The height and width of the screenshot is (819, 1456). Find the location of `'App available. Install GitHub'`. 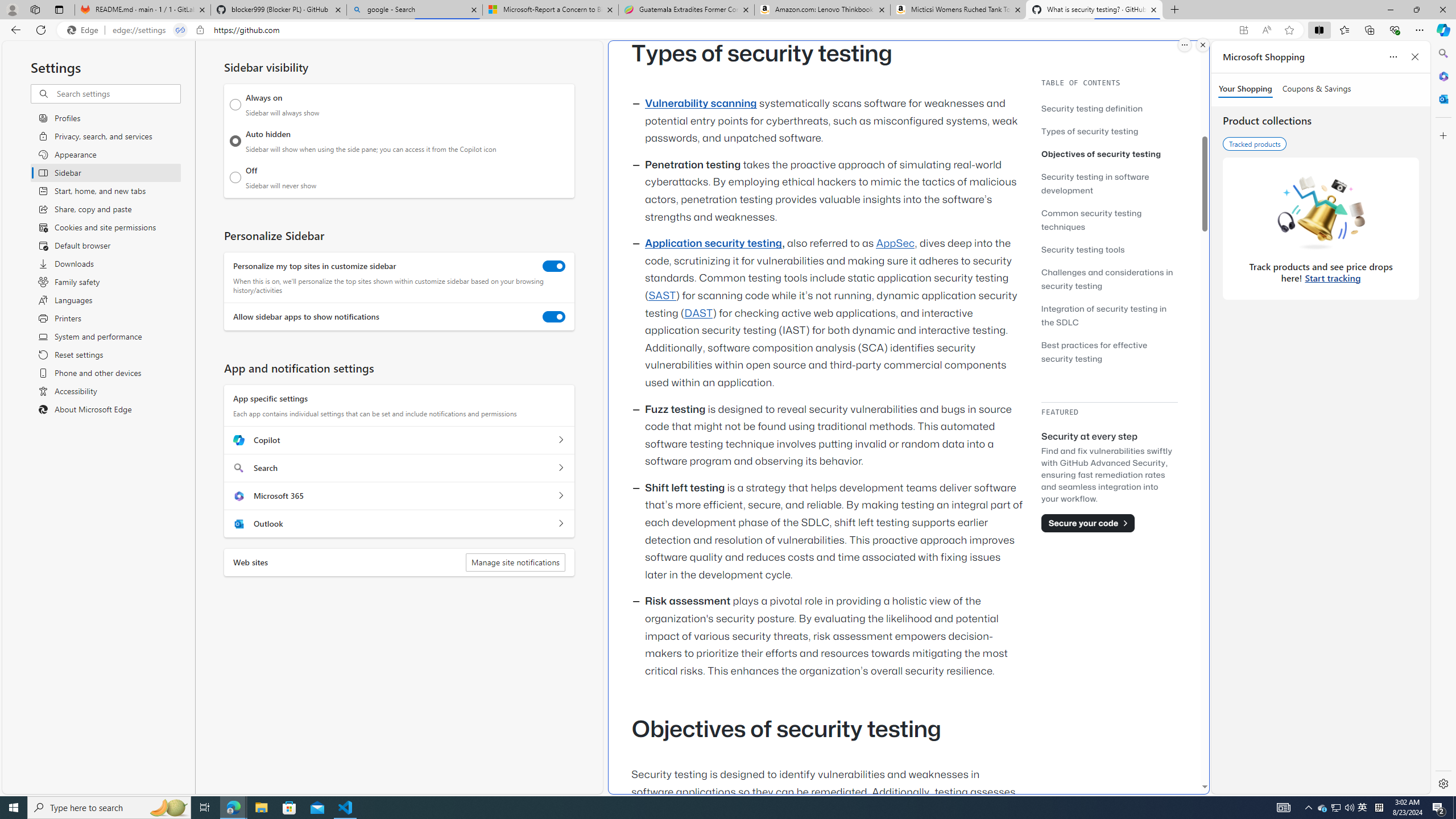

'App available. Install GitHub' is located at coordinates (1243, 30).